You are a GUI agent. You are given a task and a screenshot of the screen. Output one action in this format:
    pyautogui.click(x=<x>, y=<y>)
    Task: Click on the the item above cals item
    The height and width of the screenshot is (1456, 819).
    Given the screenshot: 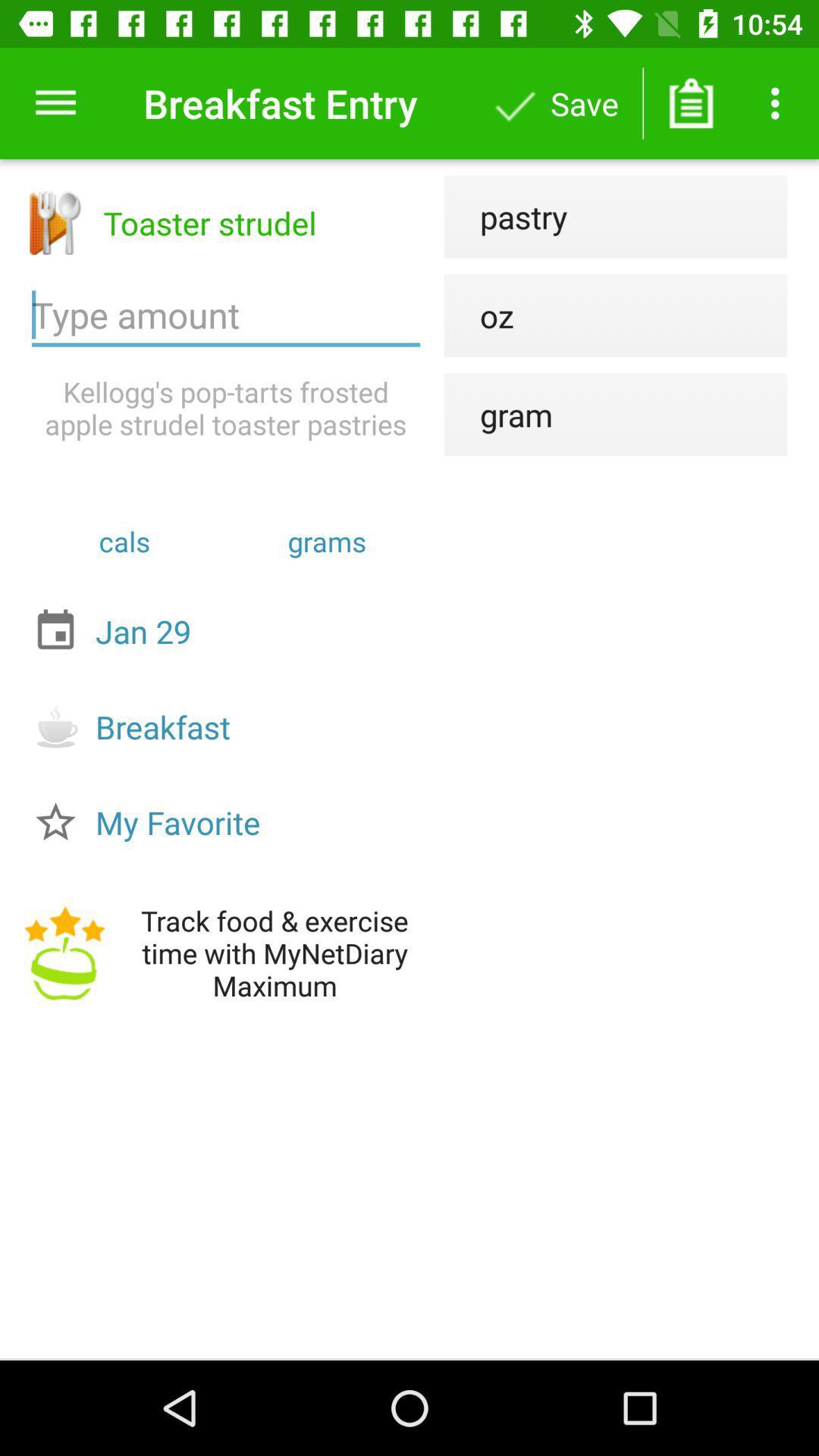 What is the action you would take?
    pyautogui.click(x=226, y=408)
    